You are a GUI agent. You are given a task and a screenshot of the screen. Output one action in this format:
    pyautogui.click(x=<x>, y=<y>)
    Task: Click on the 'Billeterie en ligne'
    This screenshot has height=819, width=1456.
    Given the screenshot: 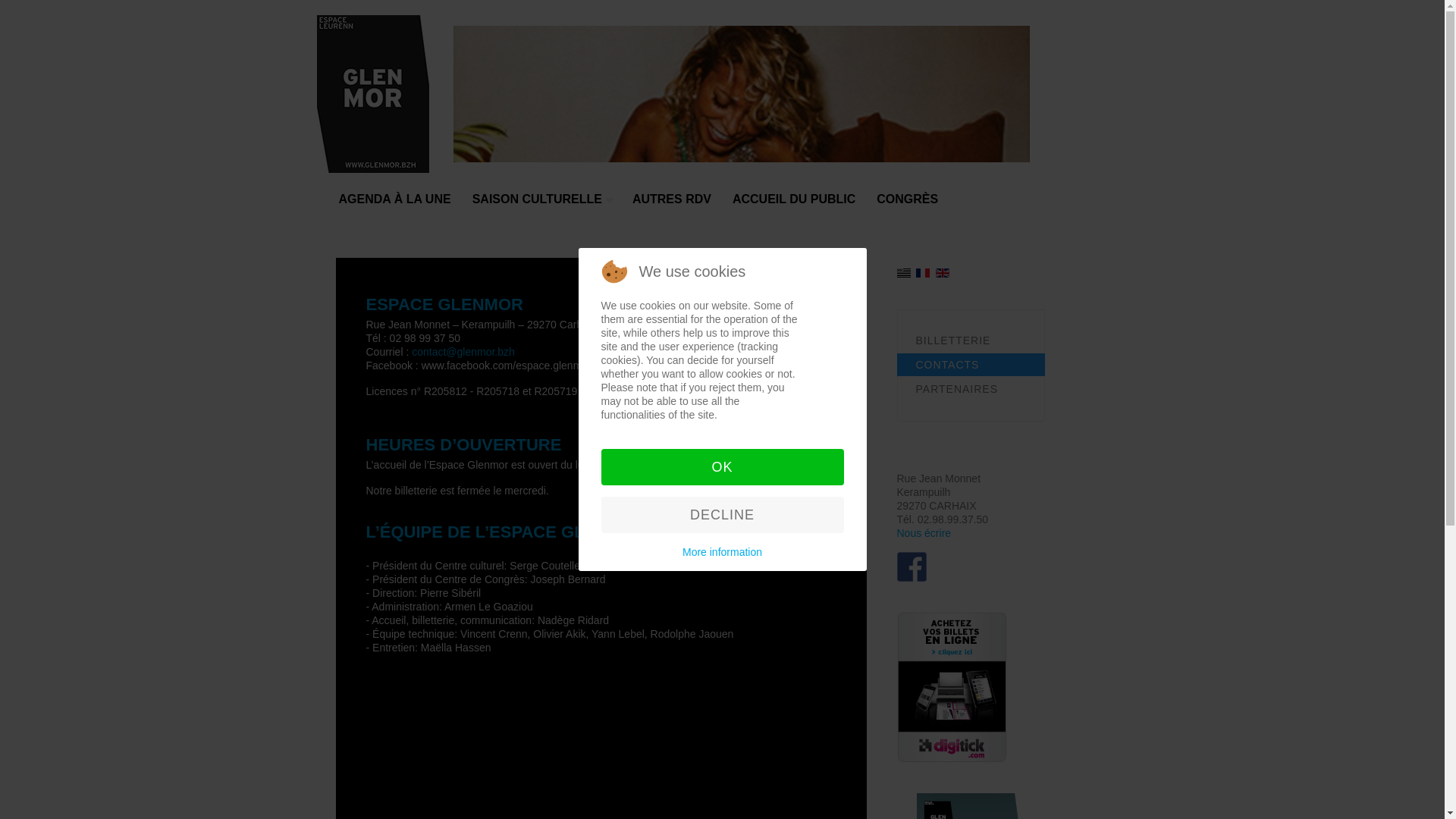 What is the action you would take?
    pyautogui.click(x=896, y=687)
    